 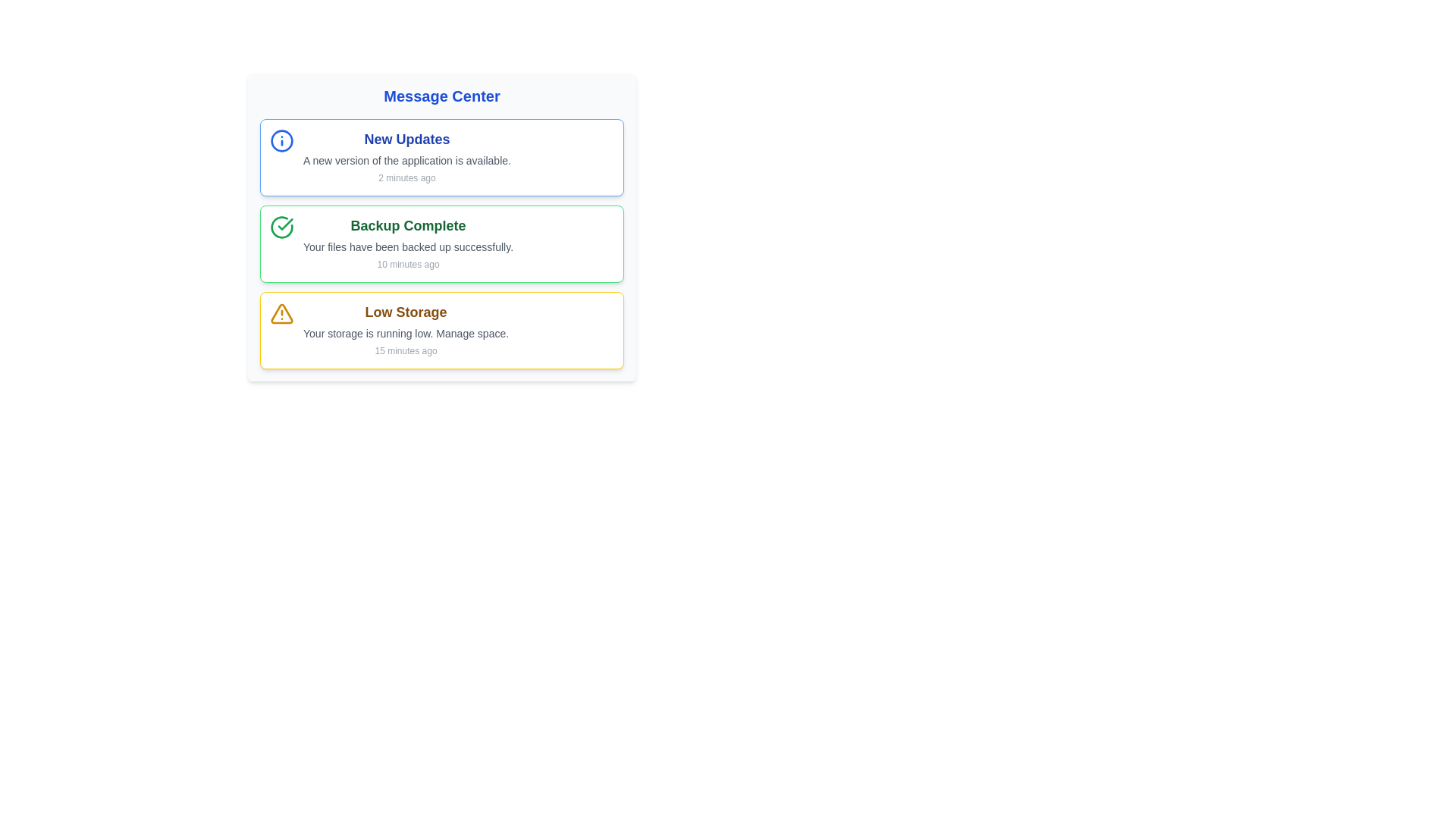 I want to click on the 'Backup Complete' text header, which is prominently styled in dark green and located under the 'Message Center' title, so click(x=408, y=225).